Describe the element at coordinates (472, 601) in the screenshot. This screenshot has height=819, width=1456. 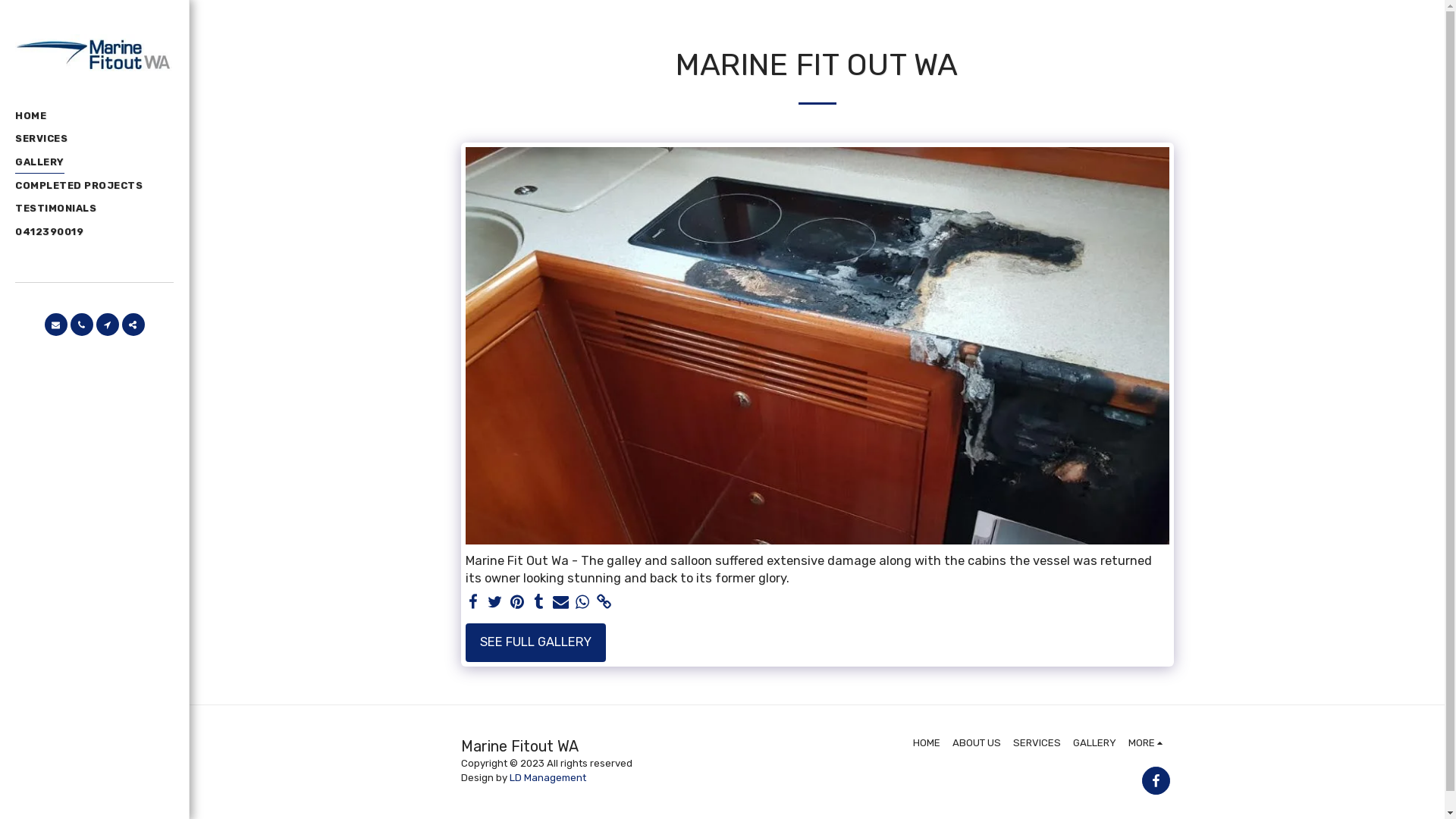
I see `'Share on Facebook'` at that location.